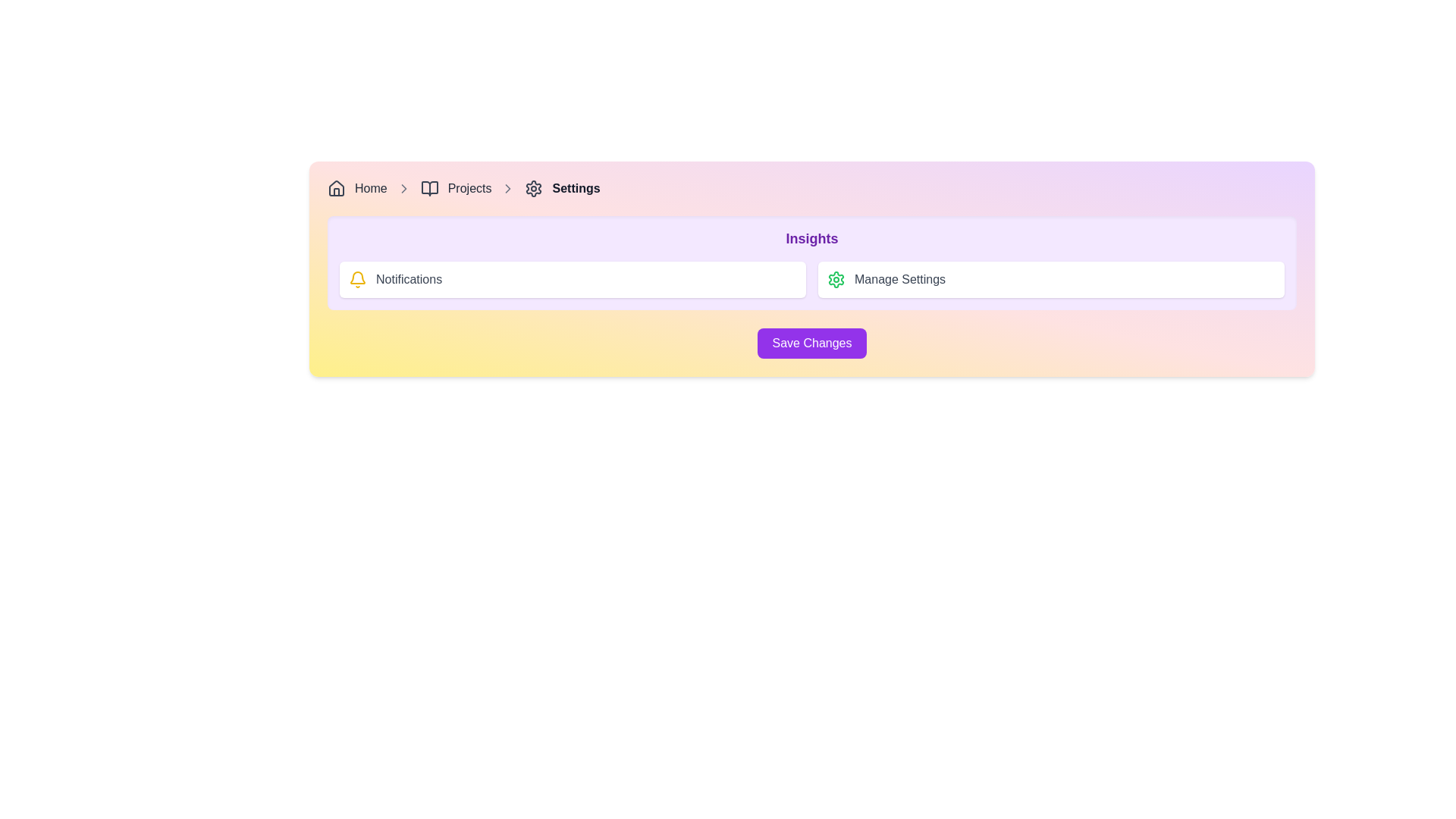  Describe the element at coordinates (836, 280) in the screenshot. I see `the gear-shaped icon with a green outline and highlighted background` at that location.